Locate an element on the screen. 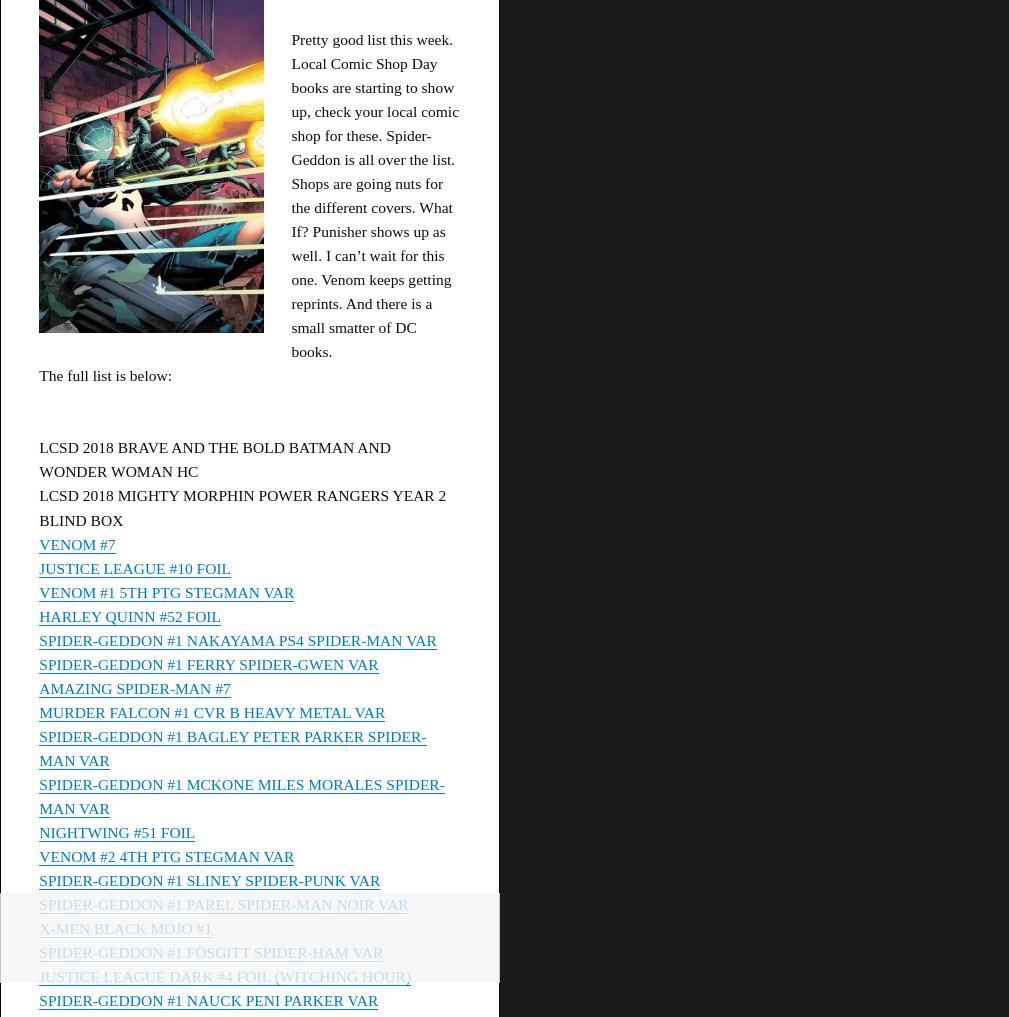 Image resolution: width=1009 pixels, height=1017 pixels. 'SPIDER-GEDDON #1 BAGLEY PETER PARKER SPIDER-MAN VAR' is located at coordinates (231, 747).